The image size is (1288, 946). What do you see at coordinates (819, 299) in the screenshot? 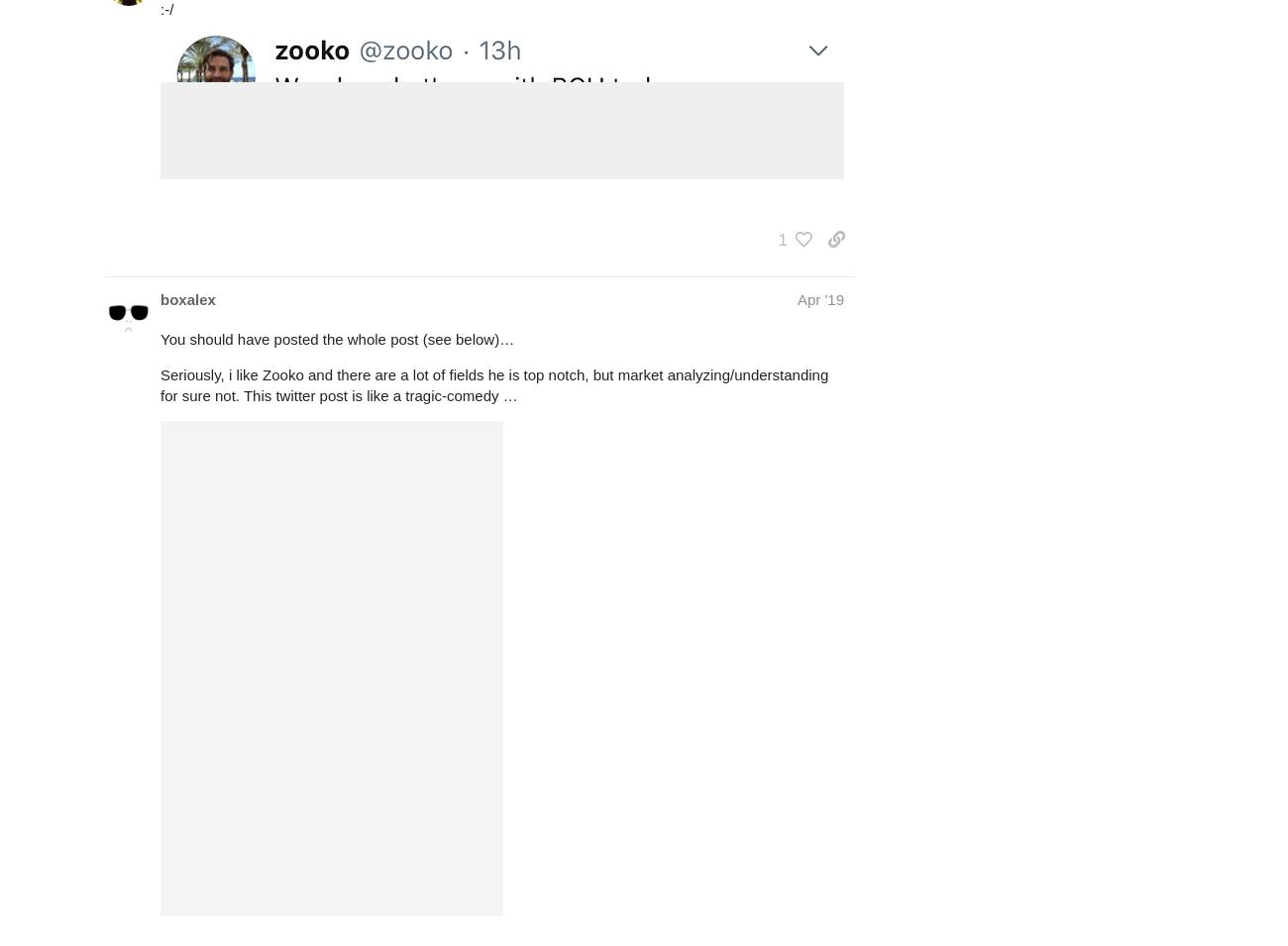
I see `'Apr '19'` at bounding box center [819, 299].